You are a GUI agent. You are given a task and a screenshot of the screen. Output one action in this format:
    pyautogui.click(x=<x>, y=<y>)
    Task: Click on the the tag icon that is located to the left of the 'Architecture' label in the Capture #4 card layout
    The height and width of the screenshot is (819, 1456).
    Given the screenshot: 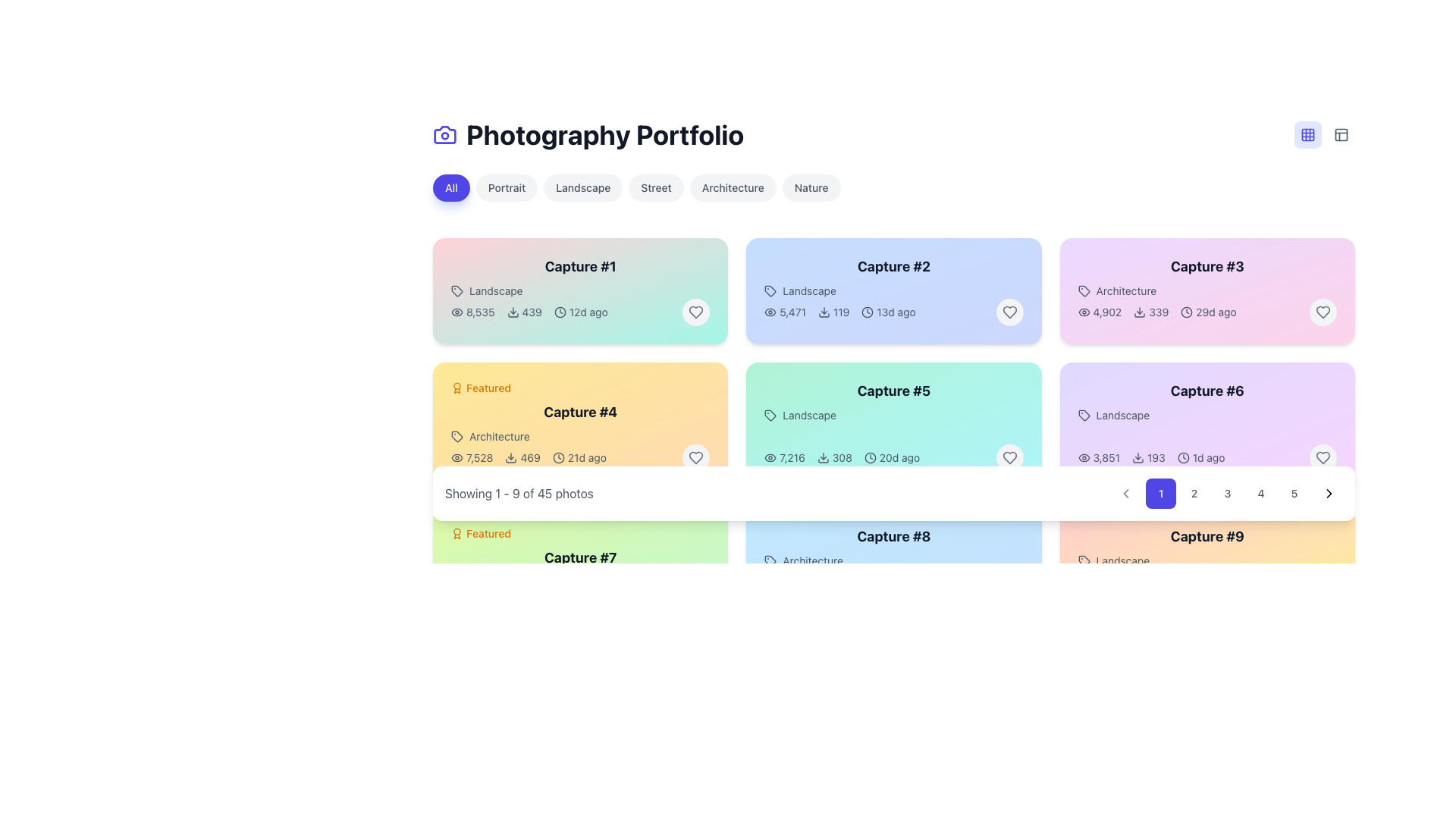 What is the action you would take?
    pyautogui.click(x=457, y=436)
    